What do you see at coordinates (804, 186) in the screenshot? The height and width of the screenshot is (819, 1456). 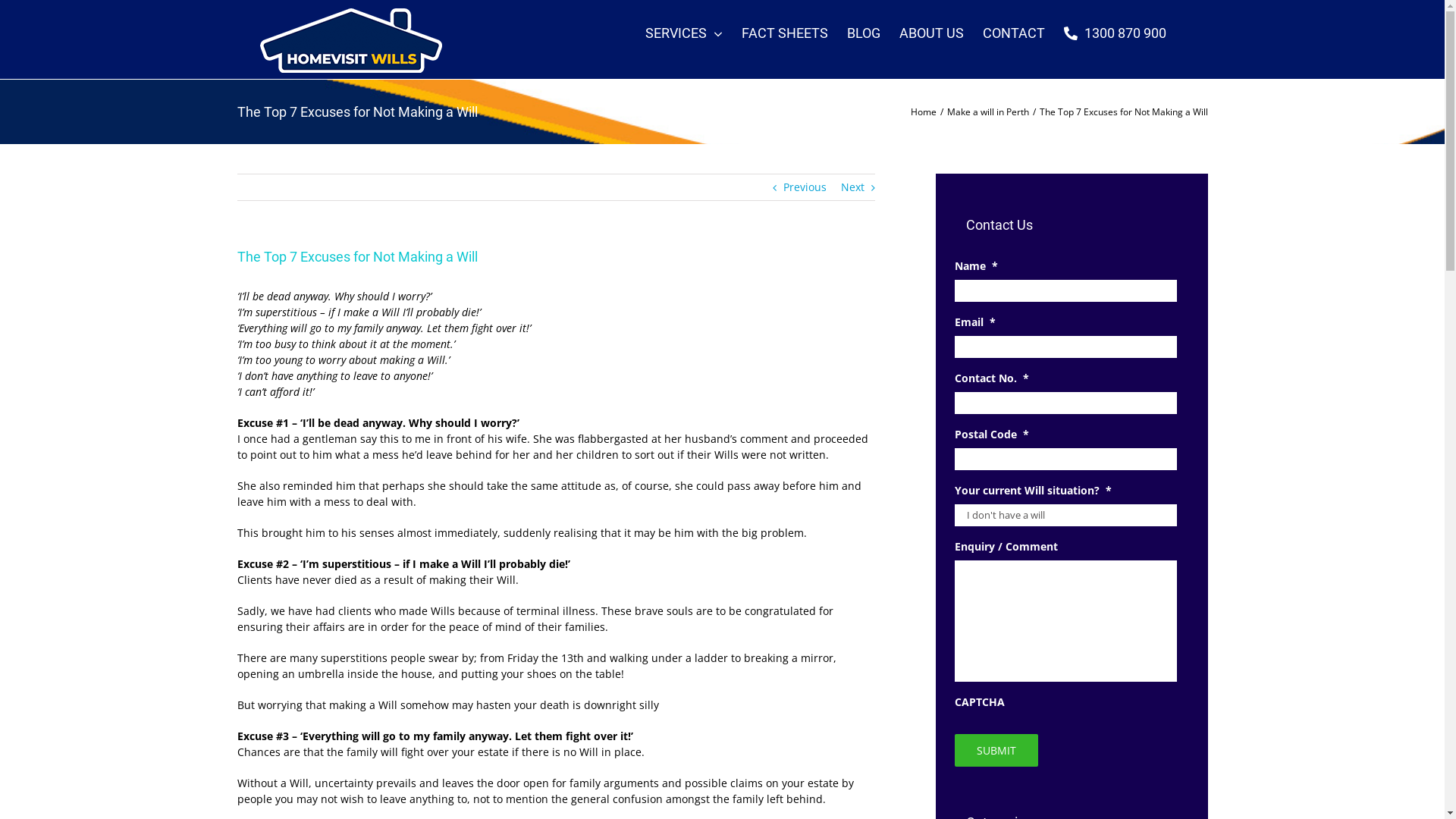 I see `'Previous'` at bounding box center [804, 186].